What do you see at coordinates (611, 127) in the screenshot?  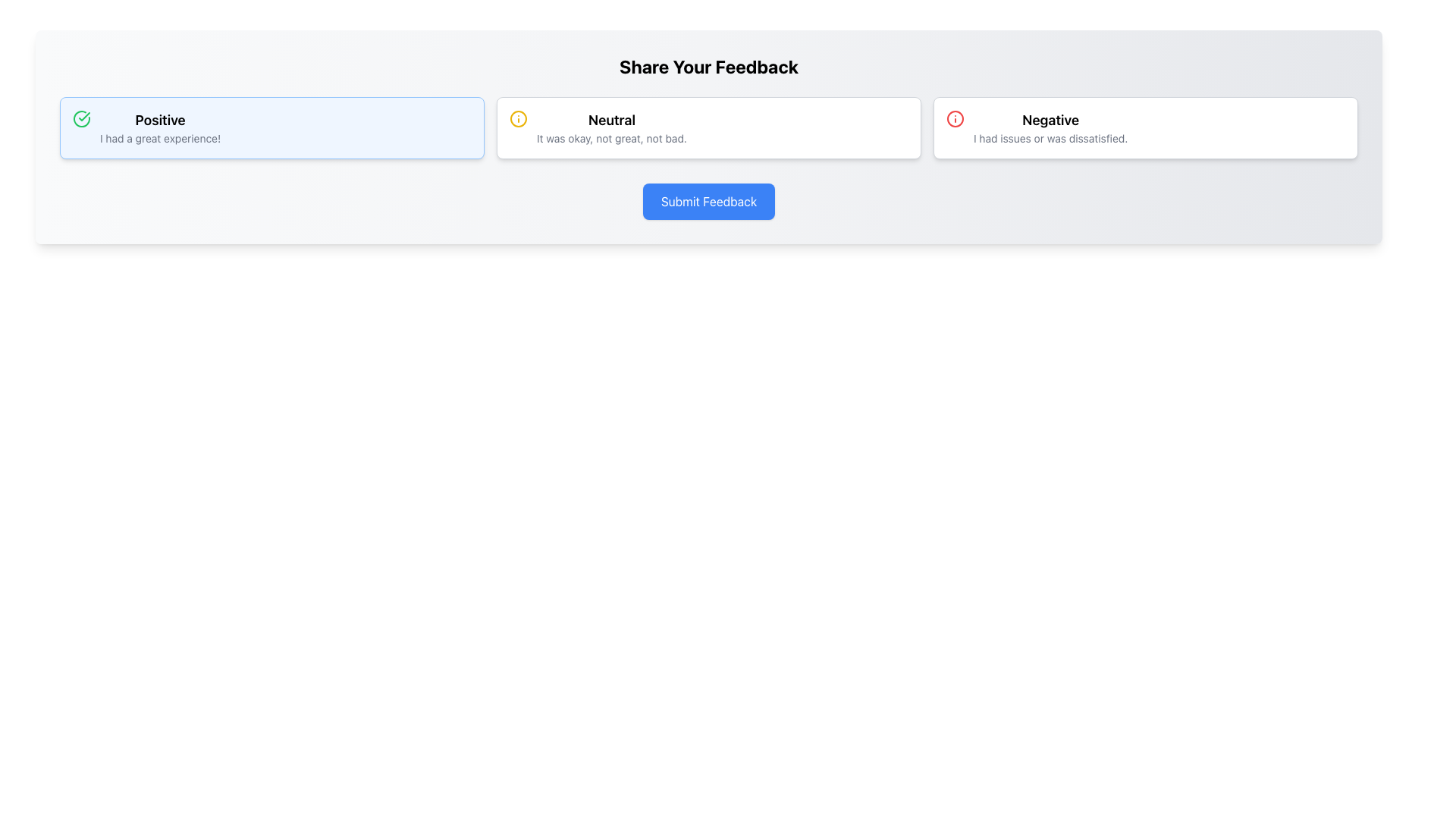 I see `the neutral feedback selection button, which is the second of three horizontally arranged options, to express a neutral experience` at bounding box center [611, 127].